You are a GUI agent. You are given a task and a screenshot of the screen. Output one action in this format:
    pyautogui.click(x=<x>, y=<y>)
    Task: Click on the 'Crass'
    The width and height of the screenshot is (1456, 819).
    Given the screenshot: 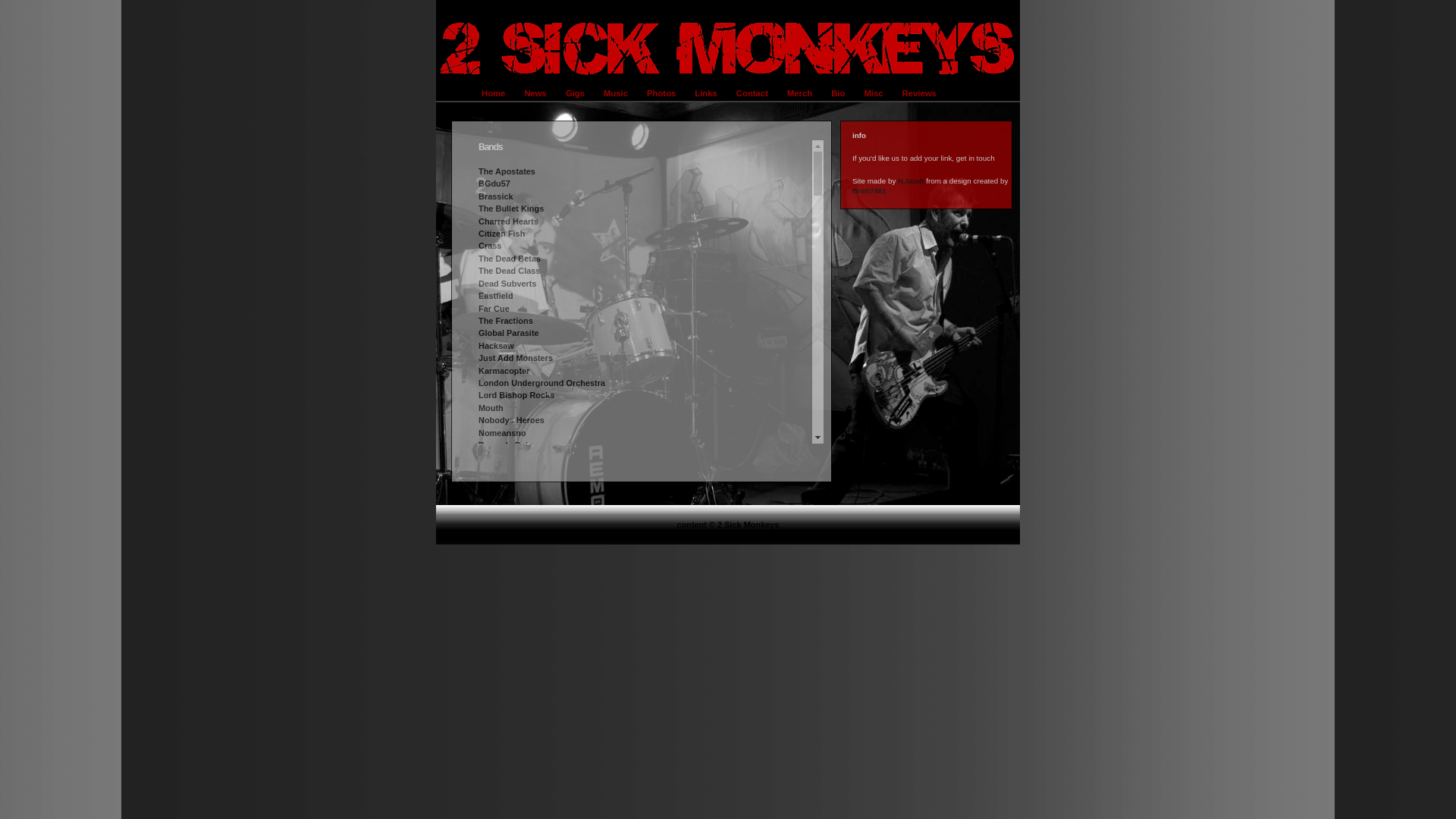 What is the action you would take?
    pyautogui.click(x=490, y=245)
    